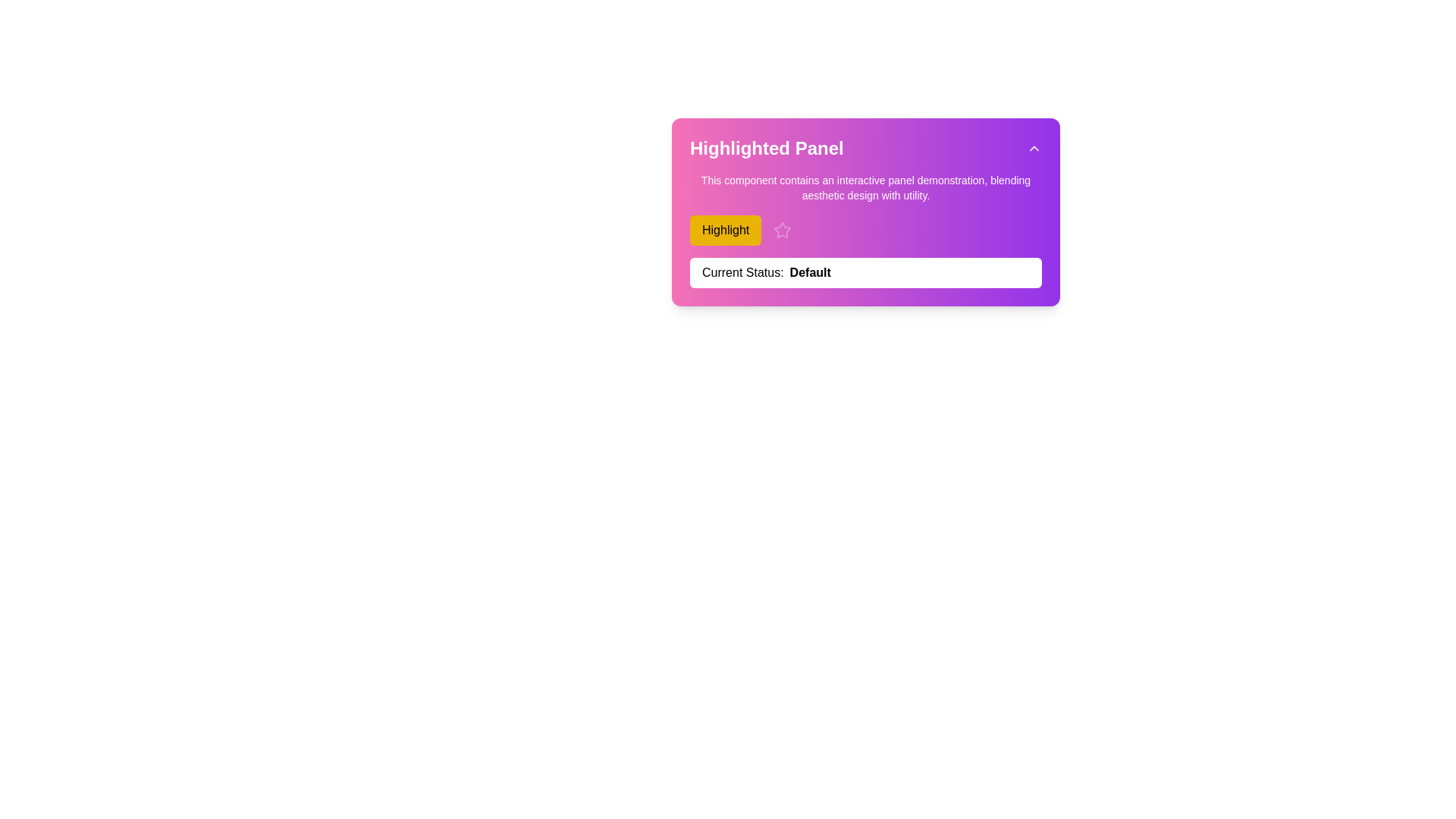 The width and height of the screenshot is (1456, 819). What do you see at coordinates (809, 271) in the screenshot?
I see `the bold text label indicating the current status, which reads 'Default', located within the purple panel labeled 'Current Status: Default'` at bounding box center [809, 271].